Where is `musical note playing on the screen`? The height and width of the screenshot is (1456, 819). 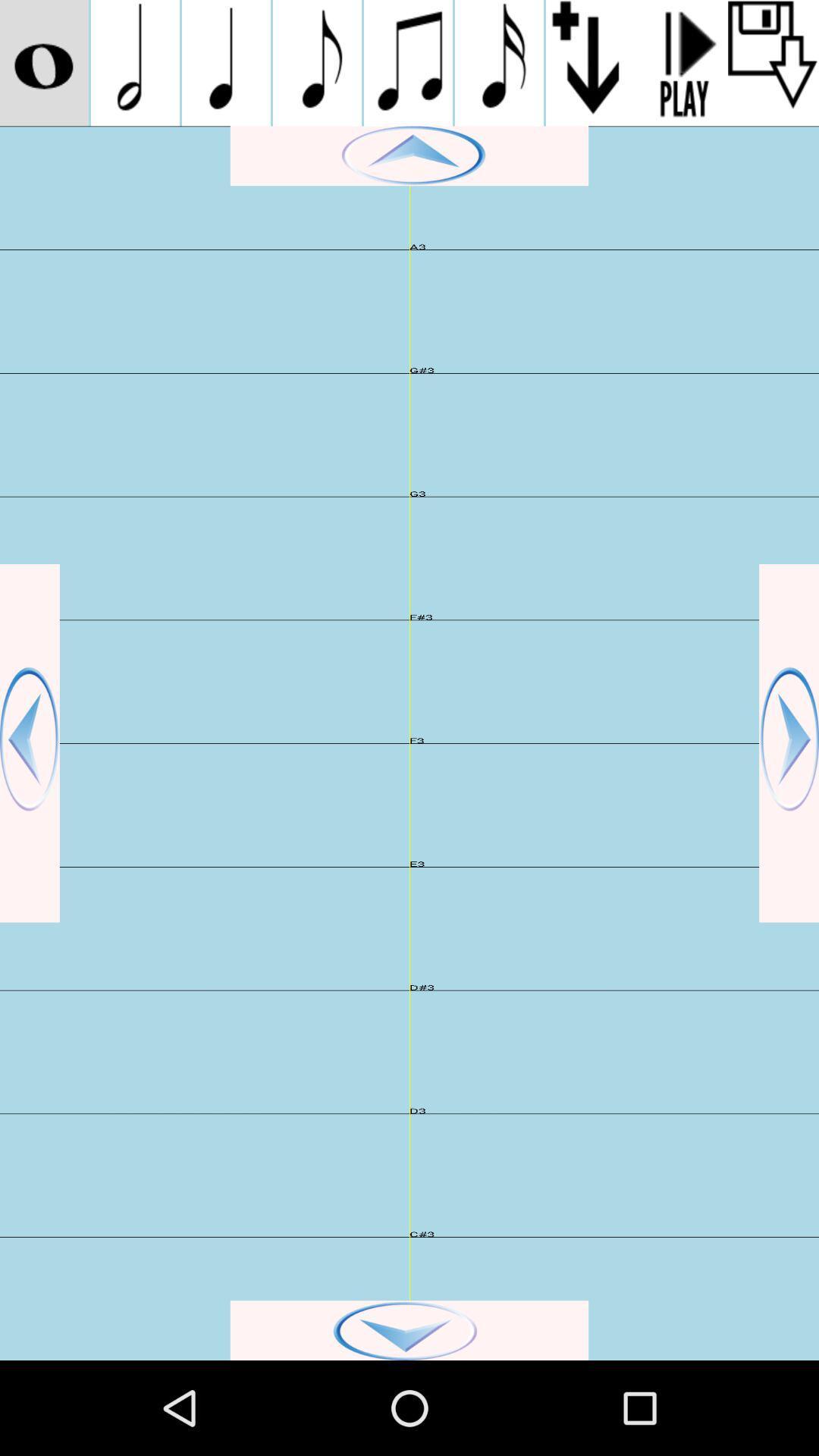
musical note playing on the screen is located at coordinates (499, 62).